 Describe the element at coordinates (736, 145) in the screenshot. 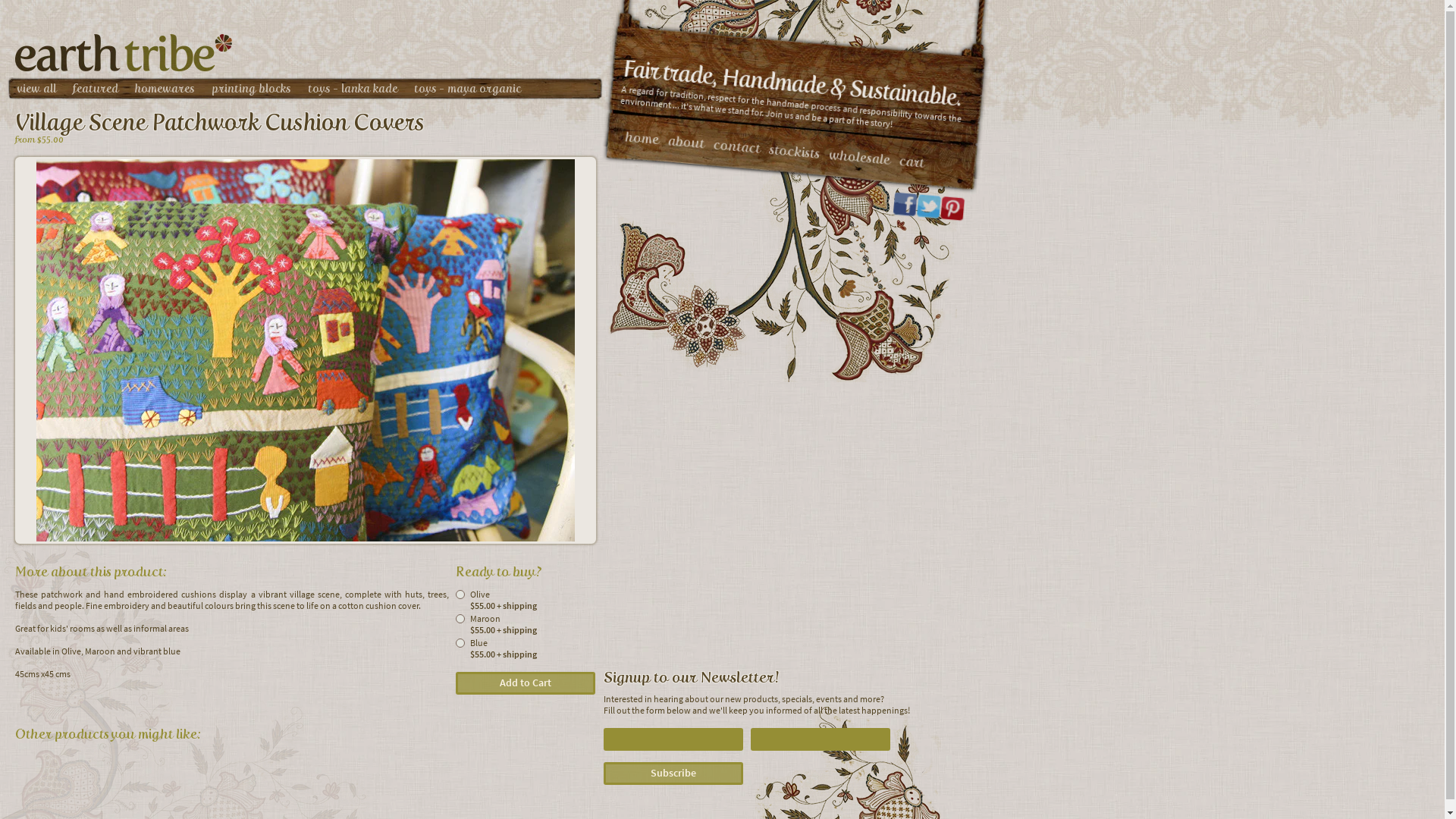

I see `'contact'` at that location.